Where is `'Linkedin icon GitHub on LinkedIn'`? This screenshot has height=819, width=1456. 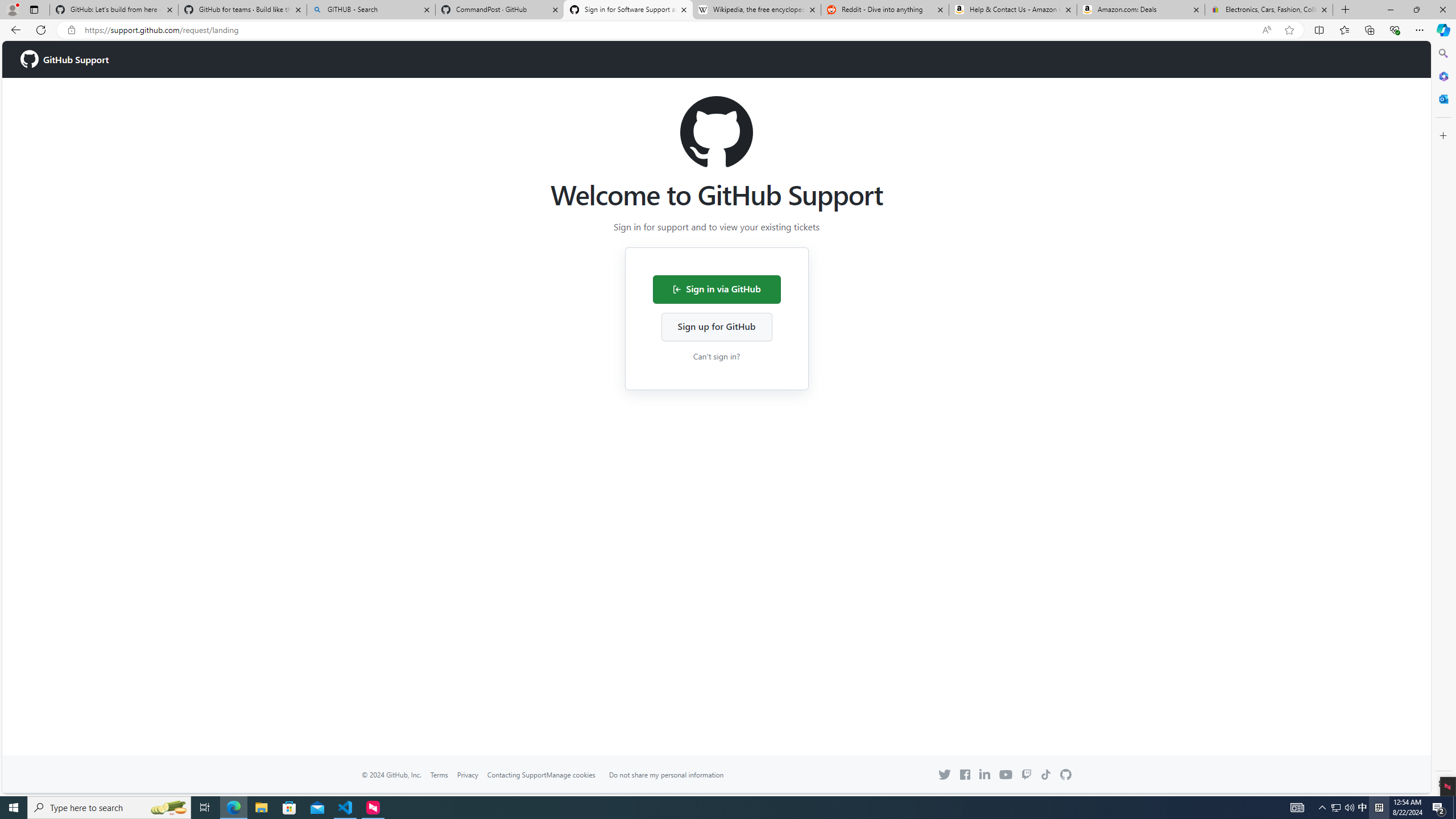 'Linkedin icon GitHub on LinkedIn' is located at coordinates (985, 773).